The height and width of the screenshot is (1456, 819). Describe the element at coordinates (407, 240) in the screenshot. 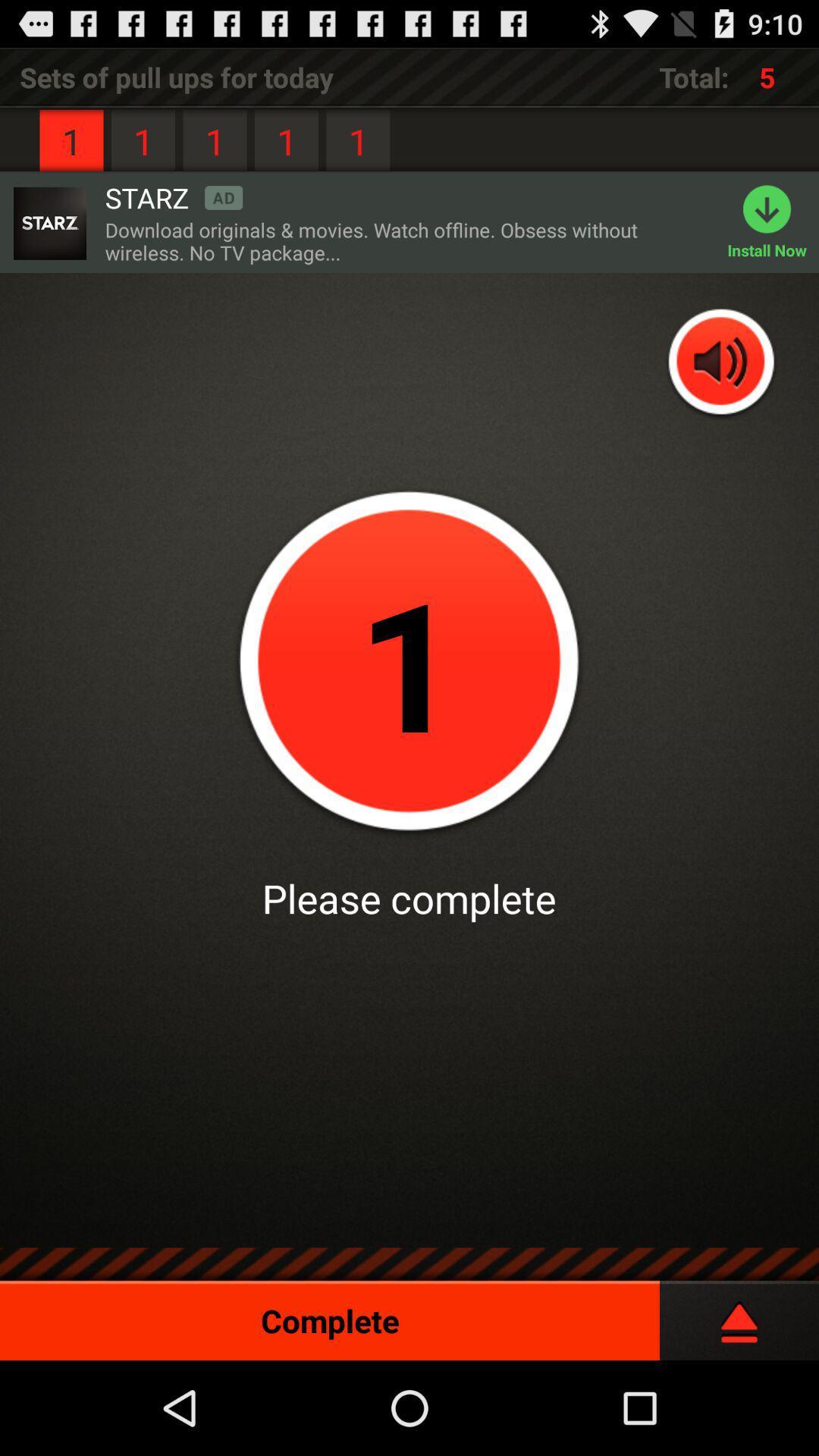

I see `the download originals movies icon` at that location.